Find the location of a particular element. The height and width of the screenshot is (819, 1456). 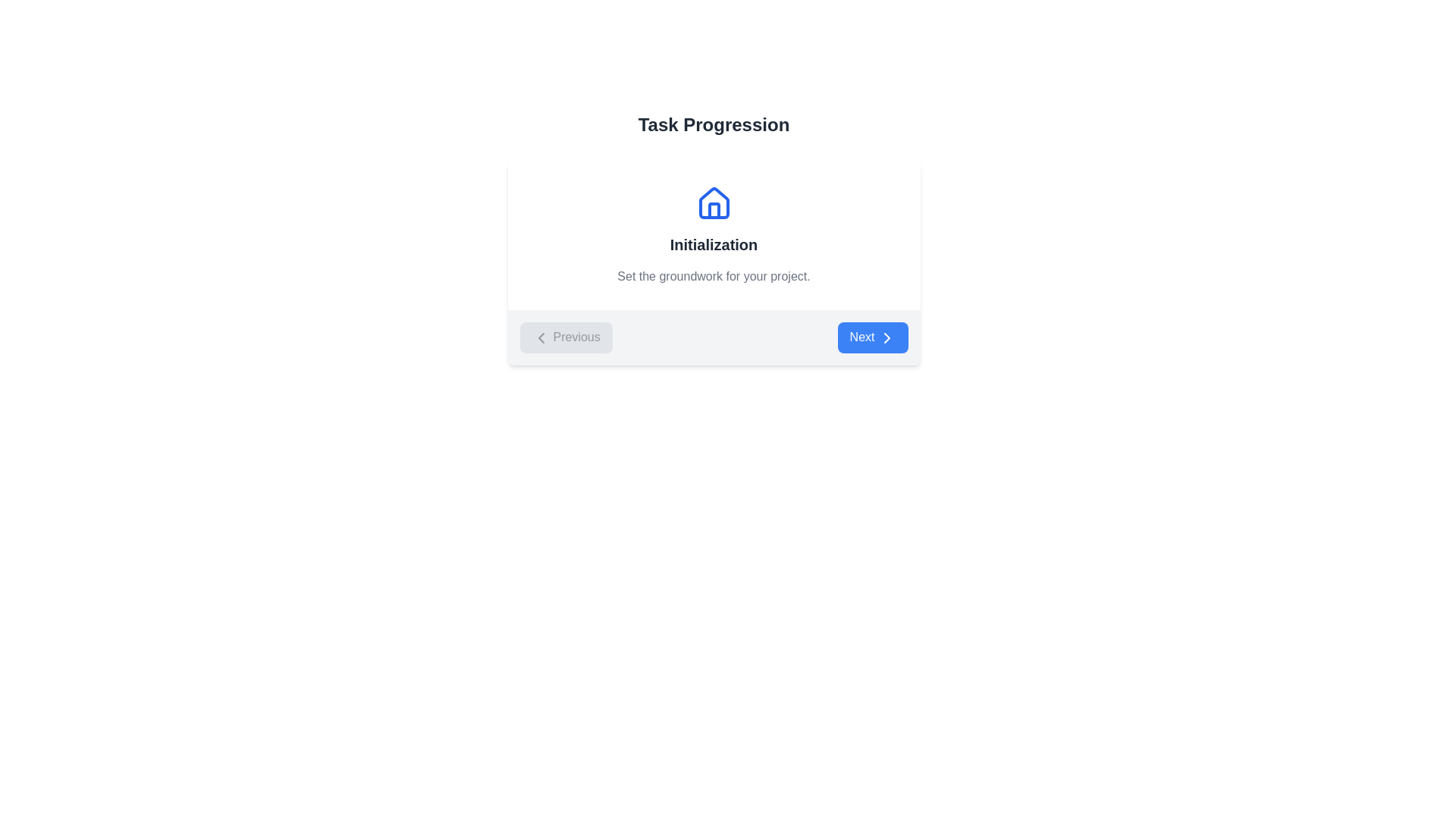

the leftward arrow icon, which is part of the 'Previous' button and is styled in a minimalistic outline design is located at coordinates (541, 337).